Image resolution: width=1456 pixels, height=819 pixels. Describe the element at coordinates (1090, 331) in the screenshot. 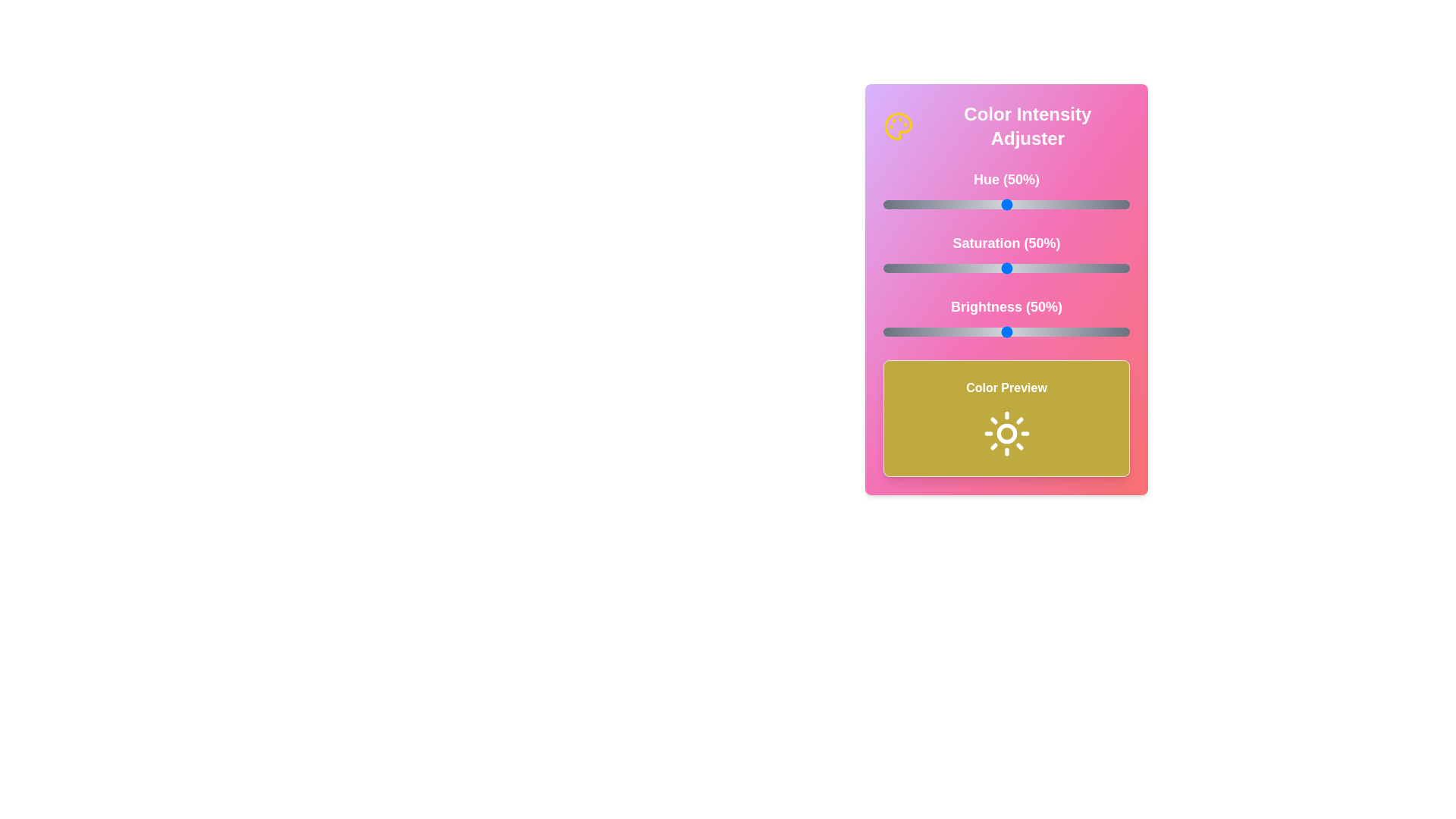

I see `the brightness slider to 84%` at that location.